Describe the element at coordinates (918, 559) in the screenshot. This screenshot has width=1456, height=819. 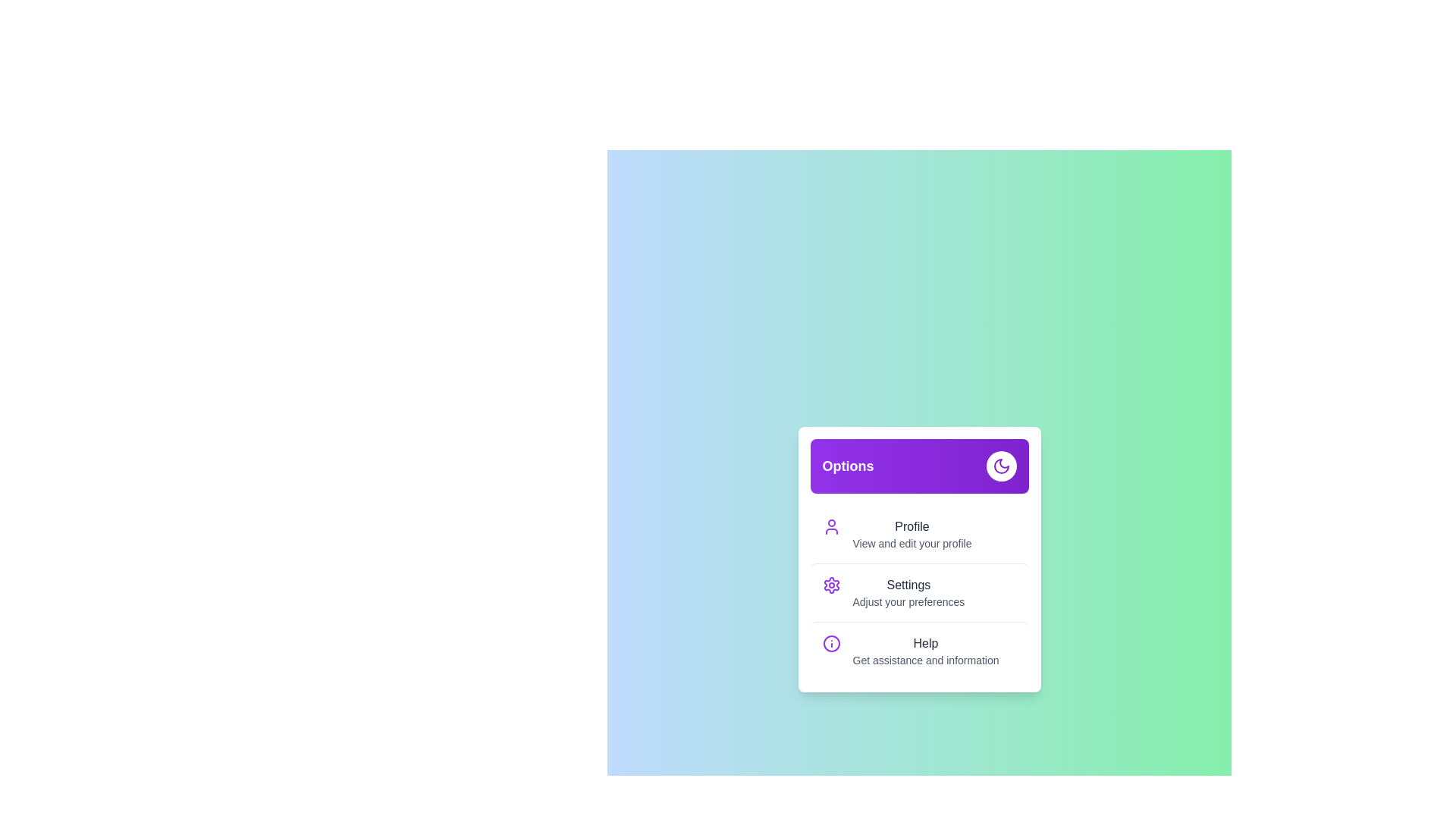
I see `the background to focus on the gradient` at that location.